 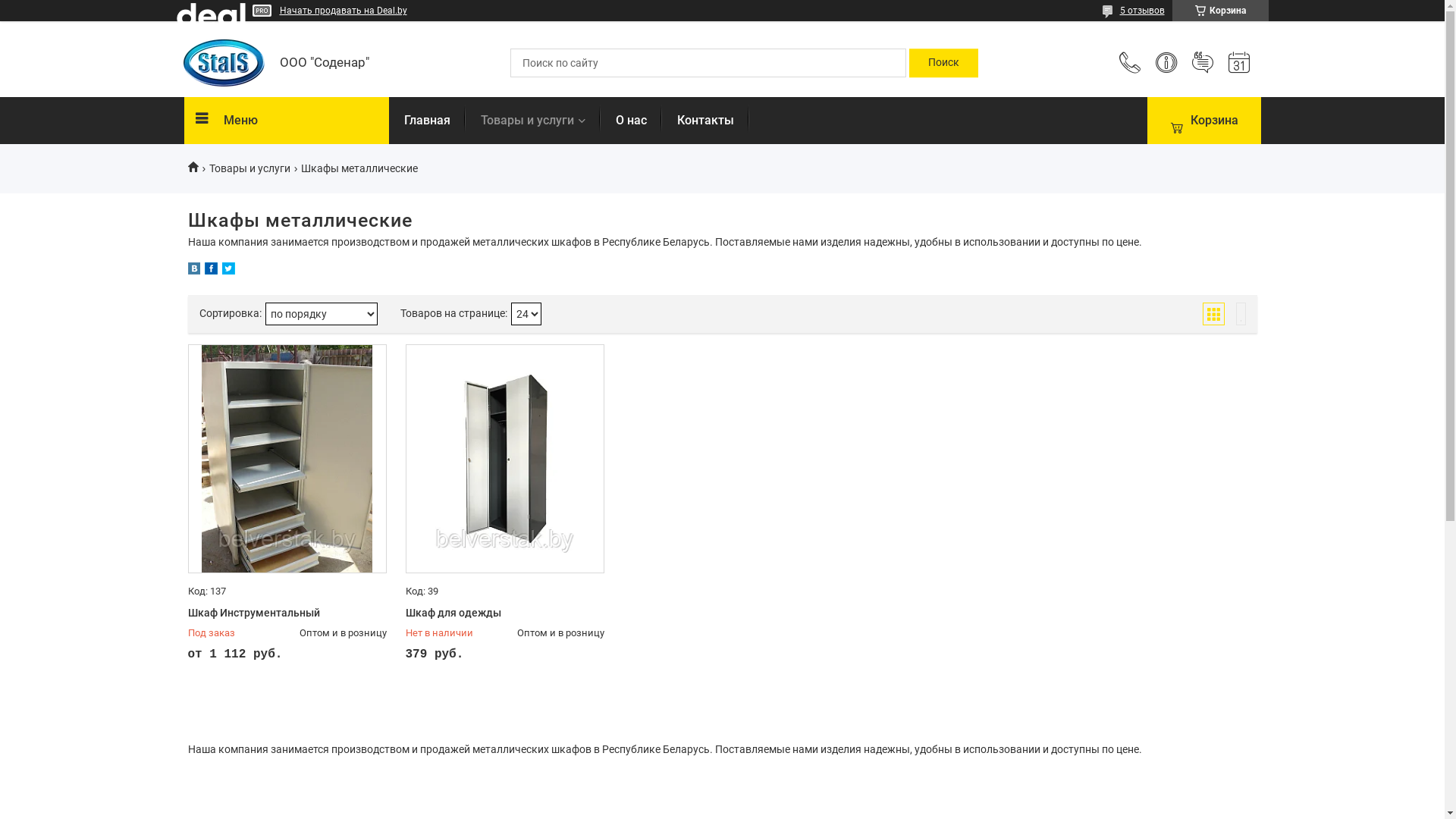 I want to click on 'twitter', so click(x=221, y=270).